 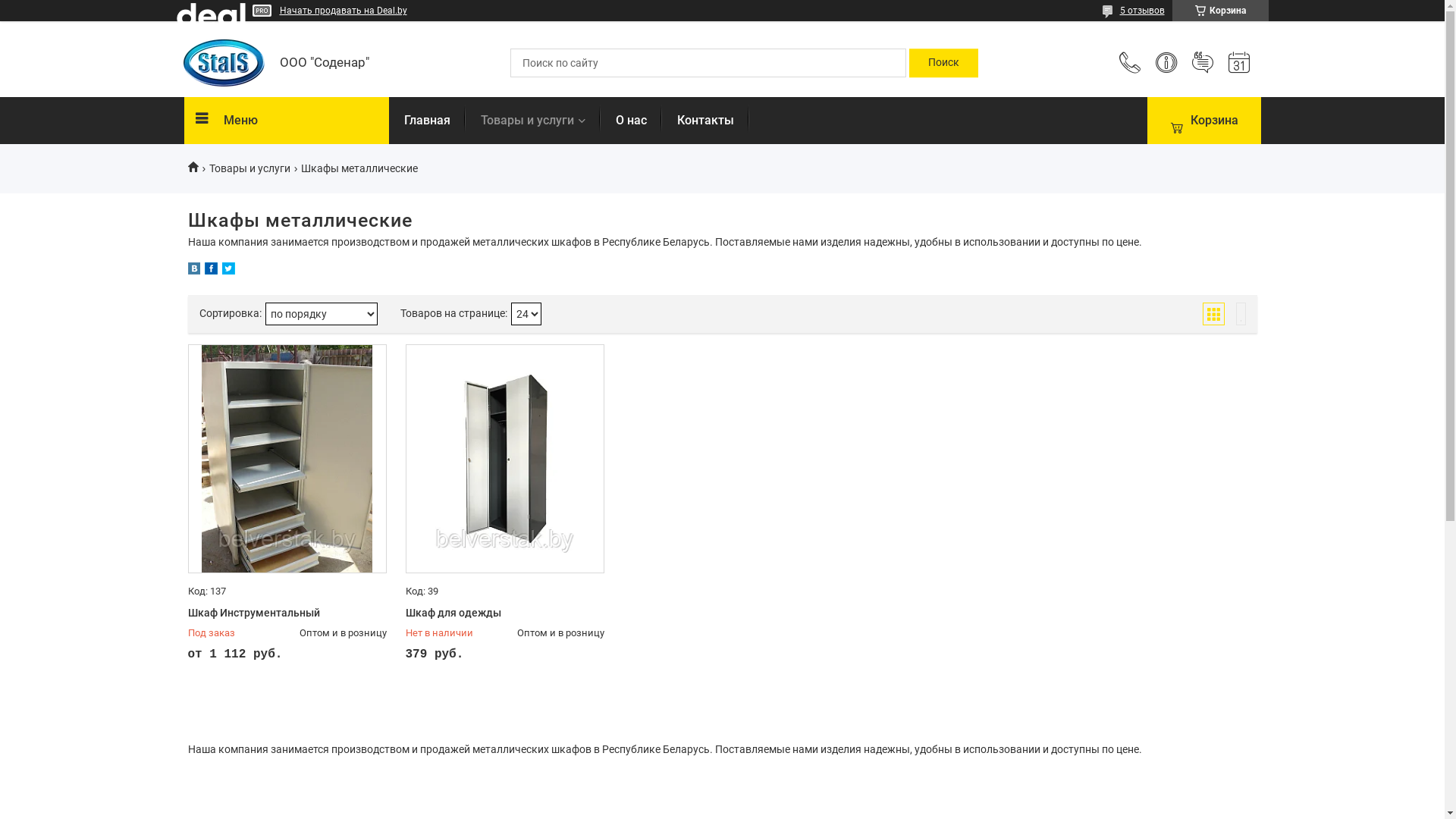 I want to click on 'twitter', so click(x=221, y=270).